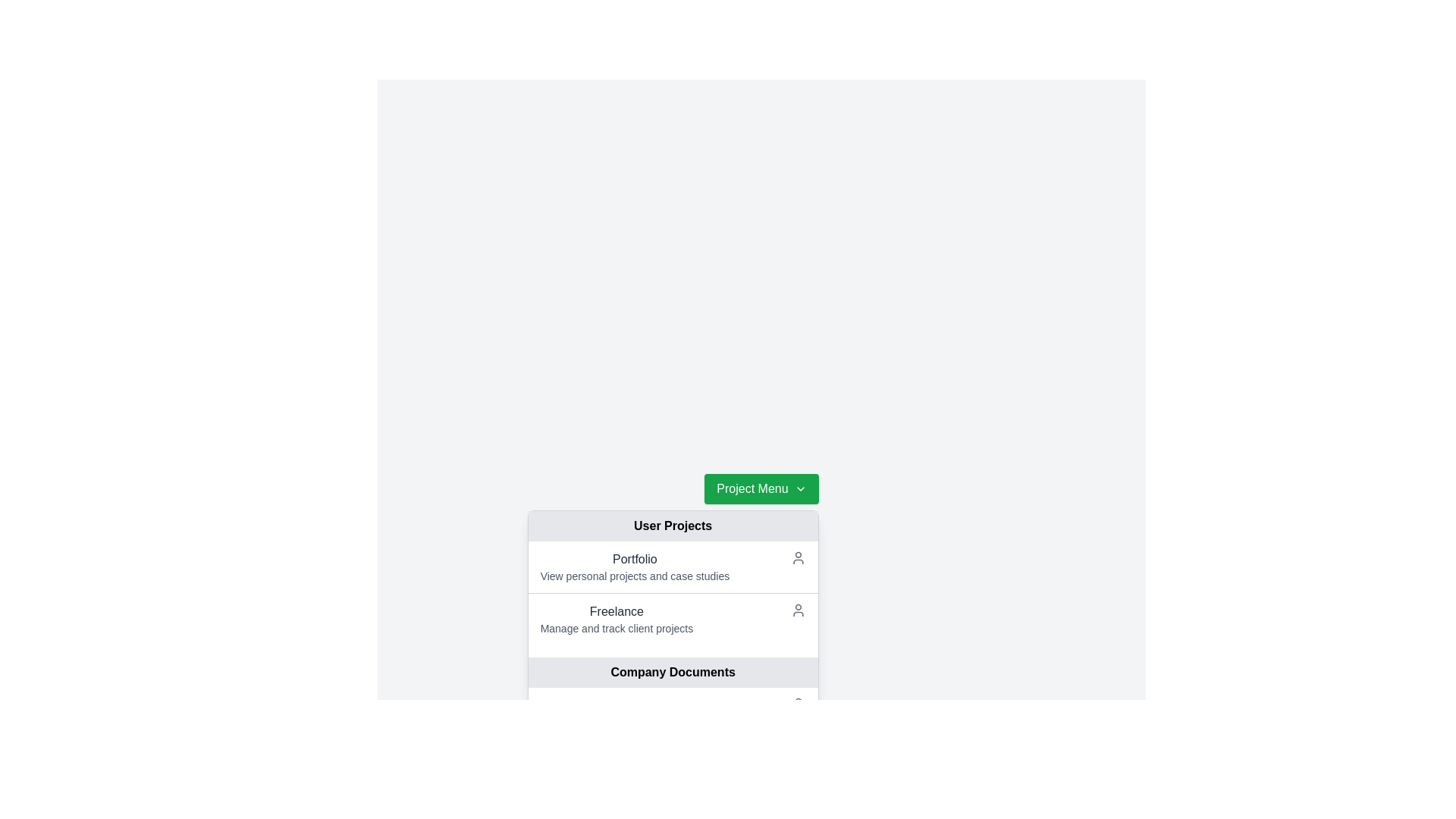  Describe the element at coordinates (672, 526) in the screenshot. I see `the Text label that serves as a section title, located beneath the 'Project Menu' green button, indicating the category of the subsequent content` at that location.